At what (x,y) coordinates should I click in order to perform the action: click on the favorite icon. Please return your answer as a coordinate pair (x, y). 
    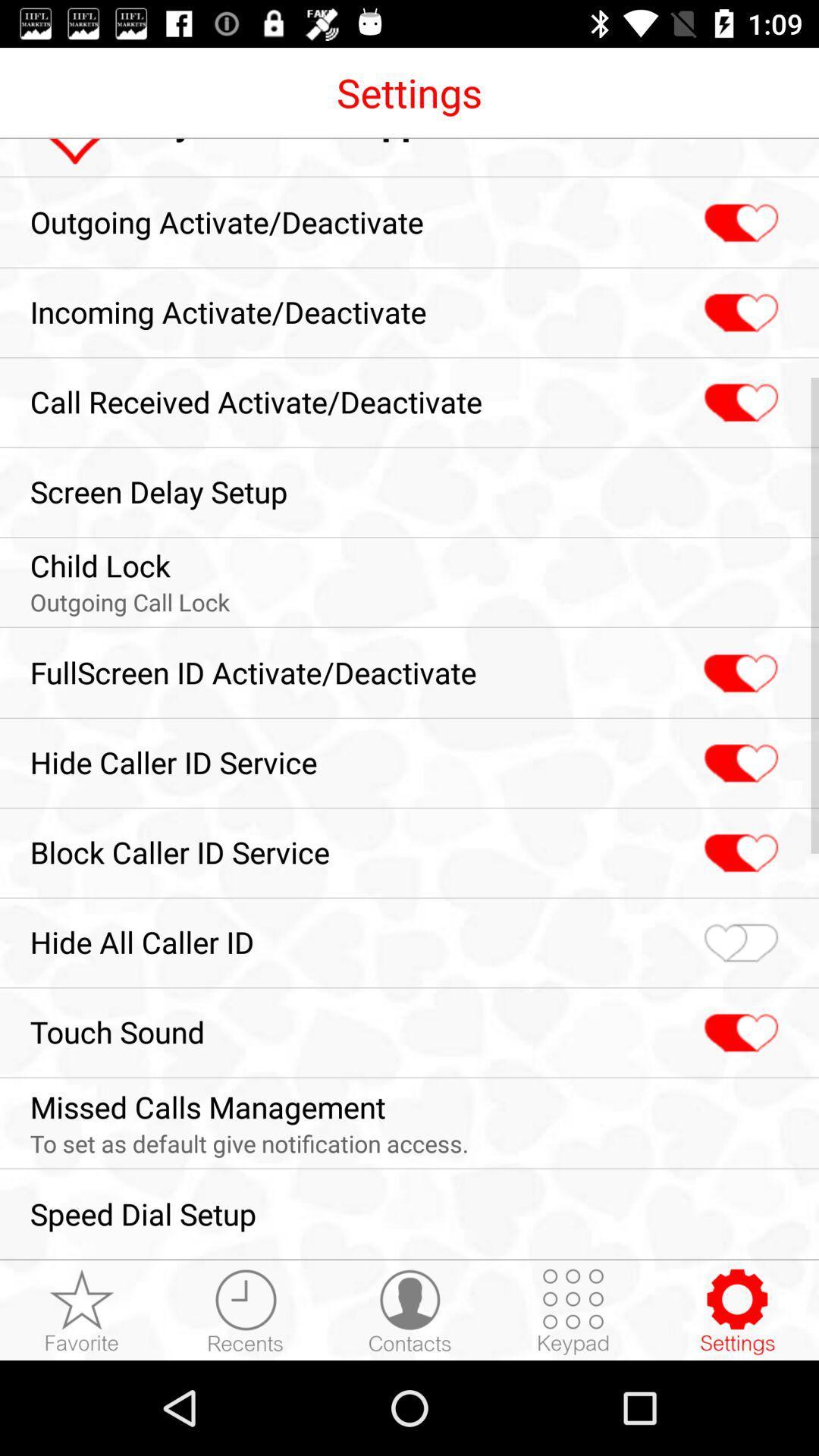
    Looking at the image, I should click on (739, 1032).